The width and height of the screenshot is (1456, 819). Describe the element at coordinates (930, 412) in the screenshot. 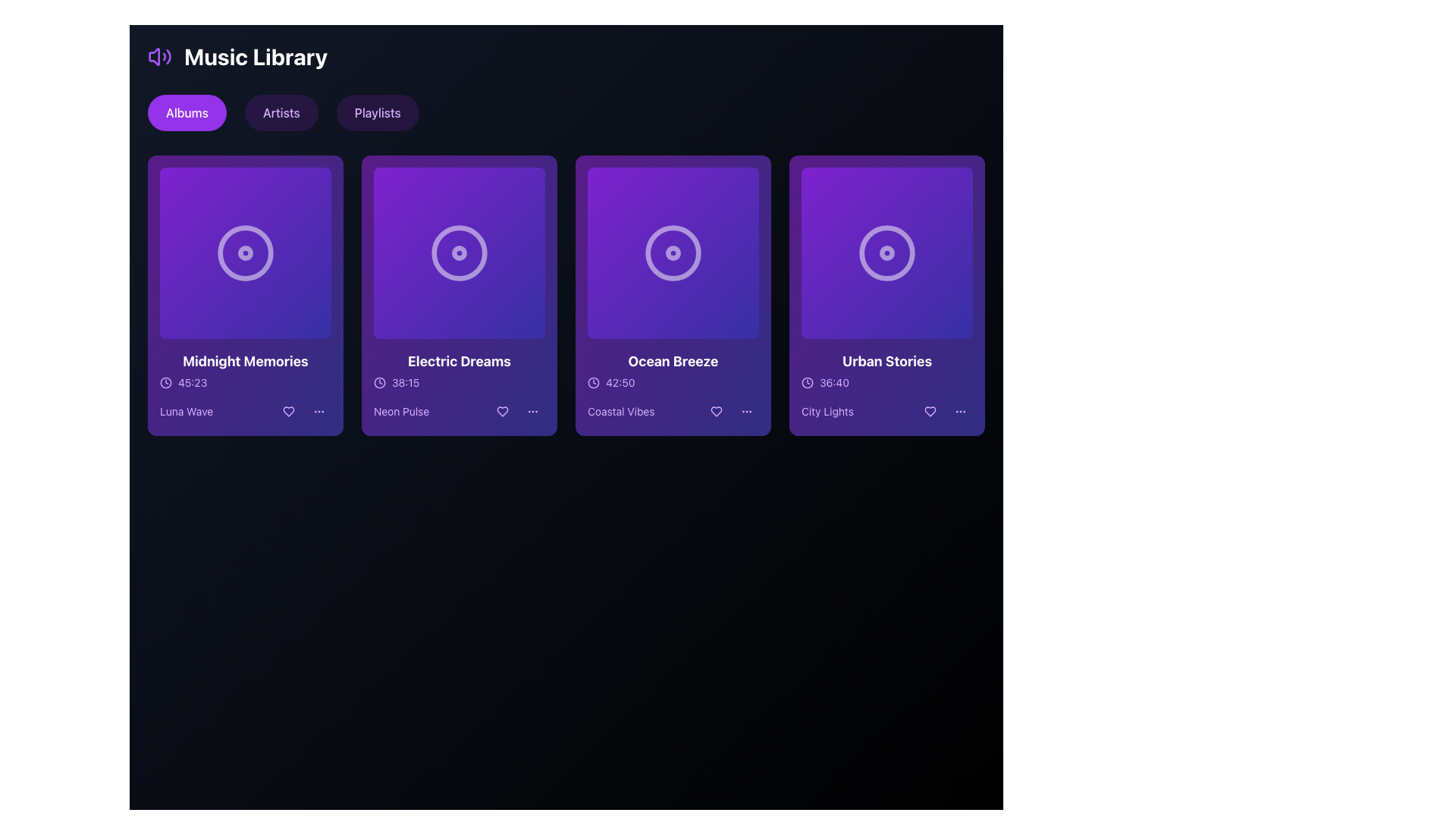

I see `the purple heart-shaped icon located in the bottom-right corner of the 'Urban Stories' card to mark the item as favorite` at that location.